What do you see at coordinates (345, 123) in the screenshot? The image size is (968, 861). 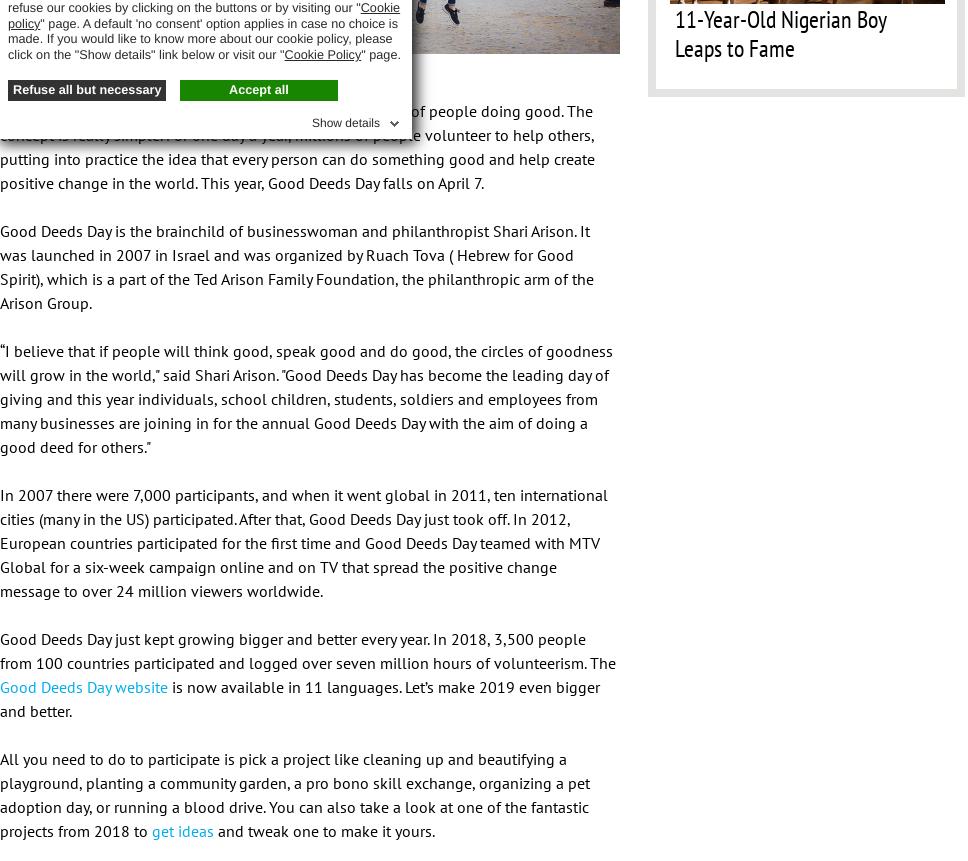 I see `'Show details'` at bounding box center [345, 123].